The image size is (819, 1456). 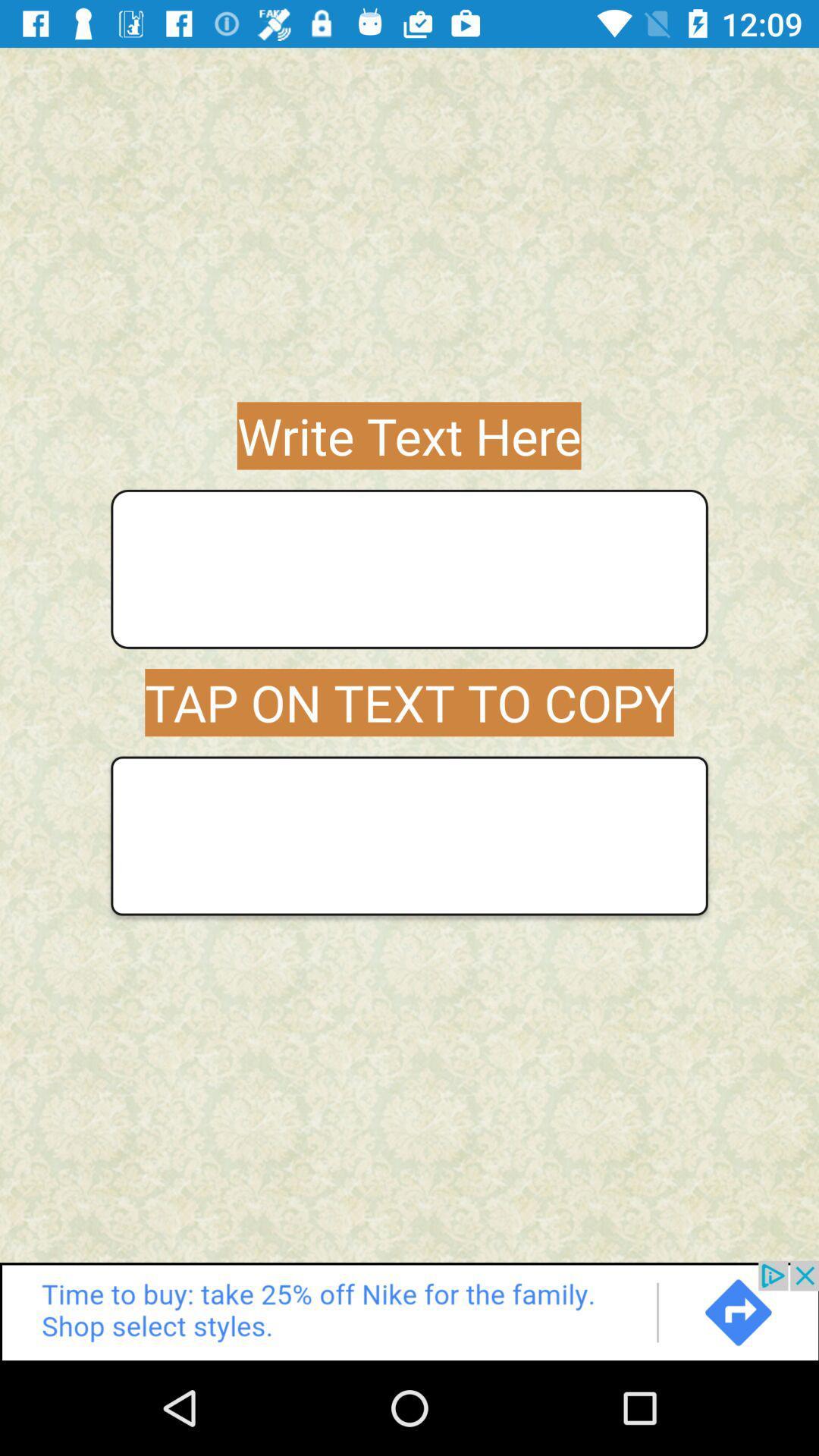 What do you see at coordinates (409, 1310) in the screenshot?
I see `click advertisement to open` at bounding box center [409, 1310].